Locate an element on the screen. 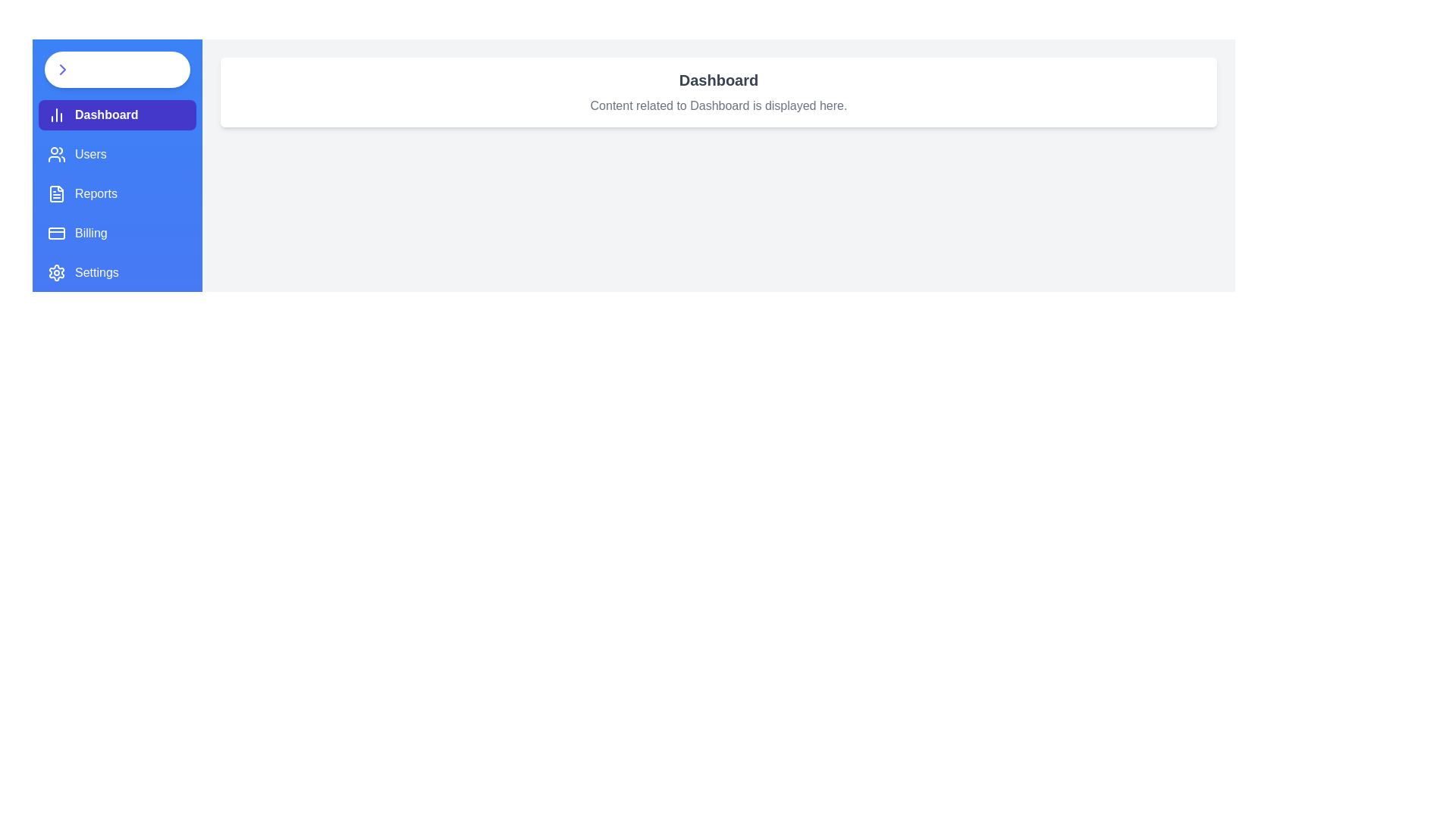 The width and height of the screenshot is (1456, 819). the tab labeled Billing from the sidebar is located at coordinates (116, 234).